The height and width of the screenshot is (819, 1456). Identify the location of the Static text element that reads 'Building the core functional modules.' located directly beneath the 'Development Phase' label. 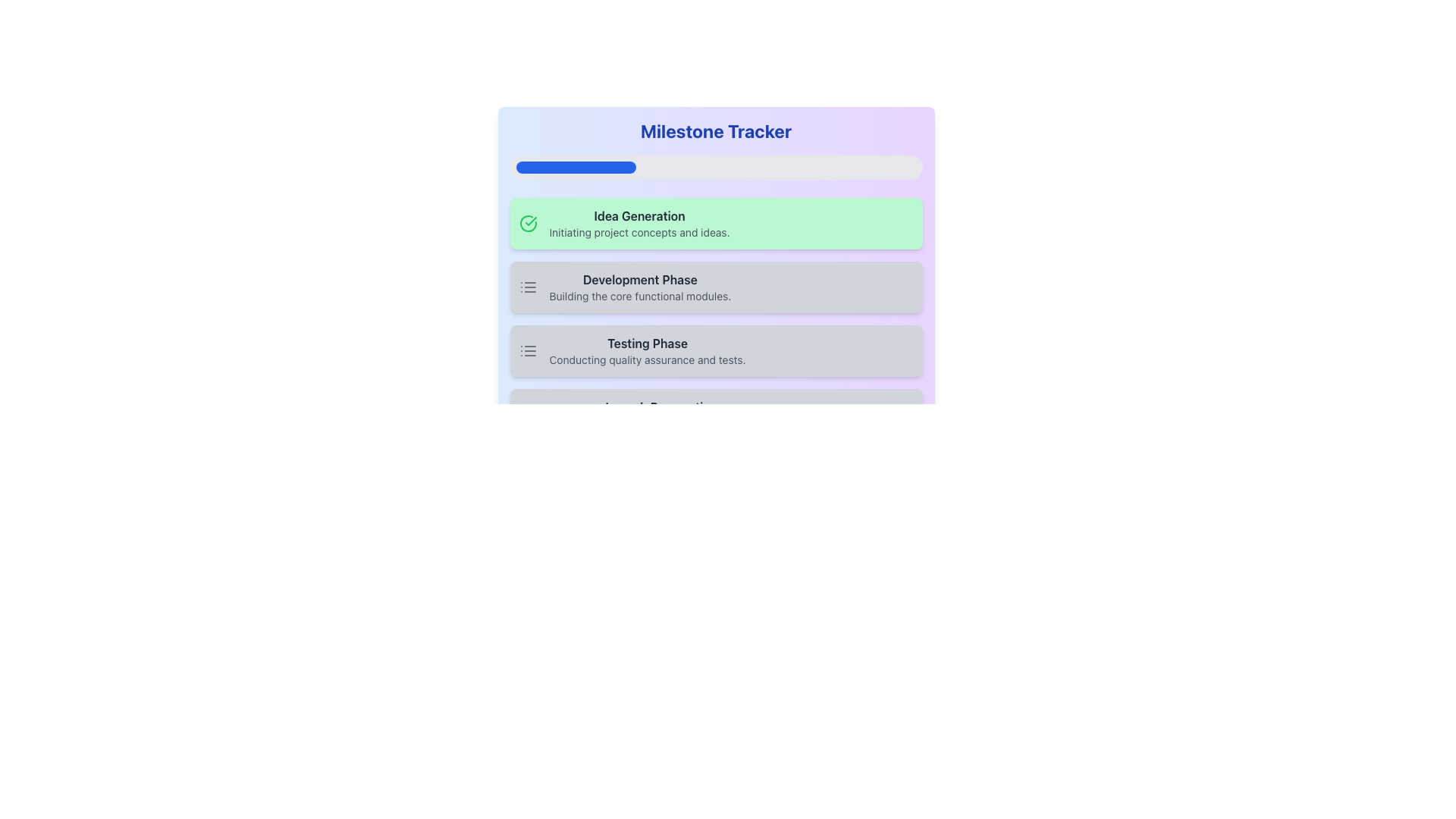
(640, 296).